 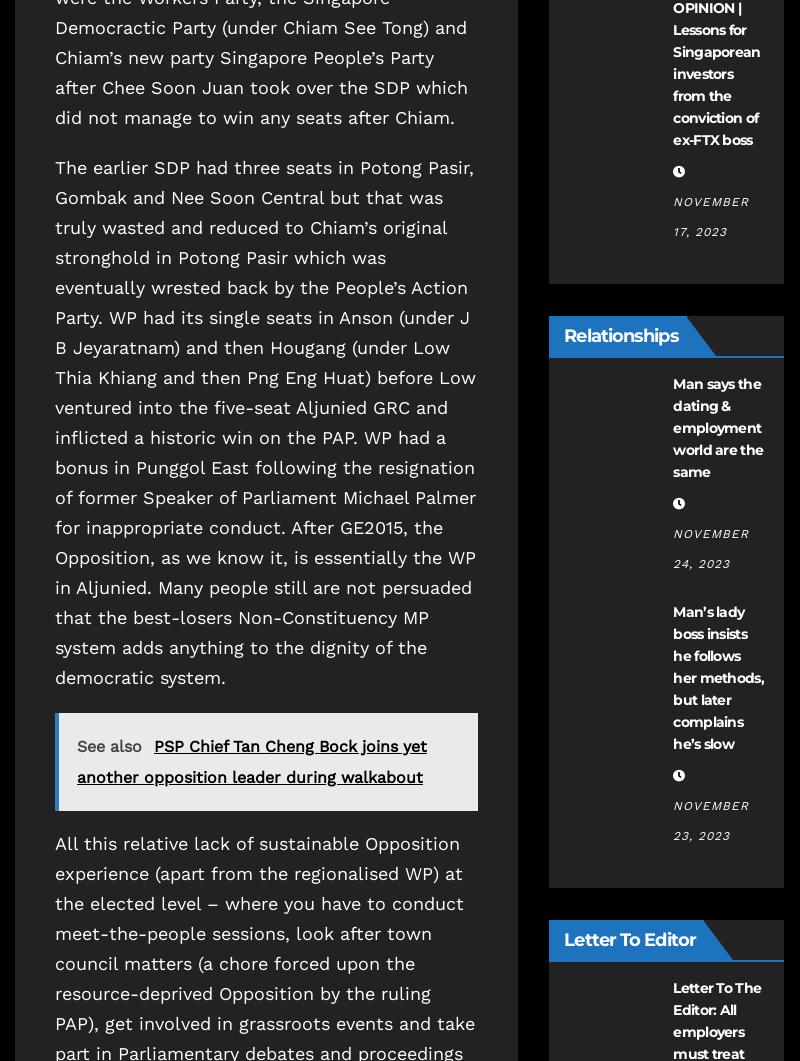 I want to click on 'The earlier SDP had three seats in Potong Pasir, Gombak and Nee Soon Central but that was truly wasted and reduced to Chiam’s original stronghold in Potong Pasir which was eventually wrested back by the People’s Action Party. WP had its single seats in Anson (under J B Jeyaratnam) and then Hougang (under Low Thia Khiang and then Png Eng Huat) before Low ventured into the five-seat Aljunied GRC and inflicted a historic win on the PAP. WP had a bonus in Punggol East following the resignation of former Speaker of Parliament Michael Palmer for inappropriate conduct. After GE2015, the Opposition, as we know it, is essentially the WP in Aljunied. Many people still are not persuaded that the best-losers Non-Constituency MP system adds anything to the dignity of the democratic system.', so click(x=264, y=421).